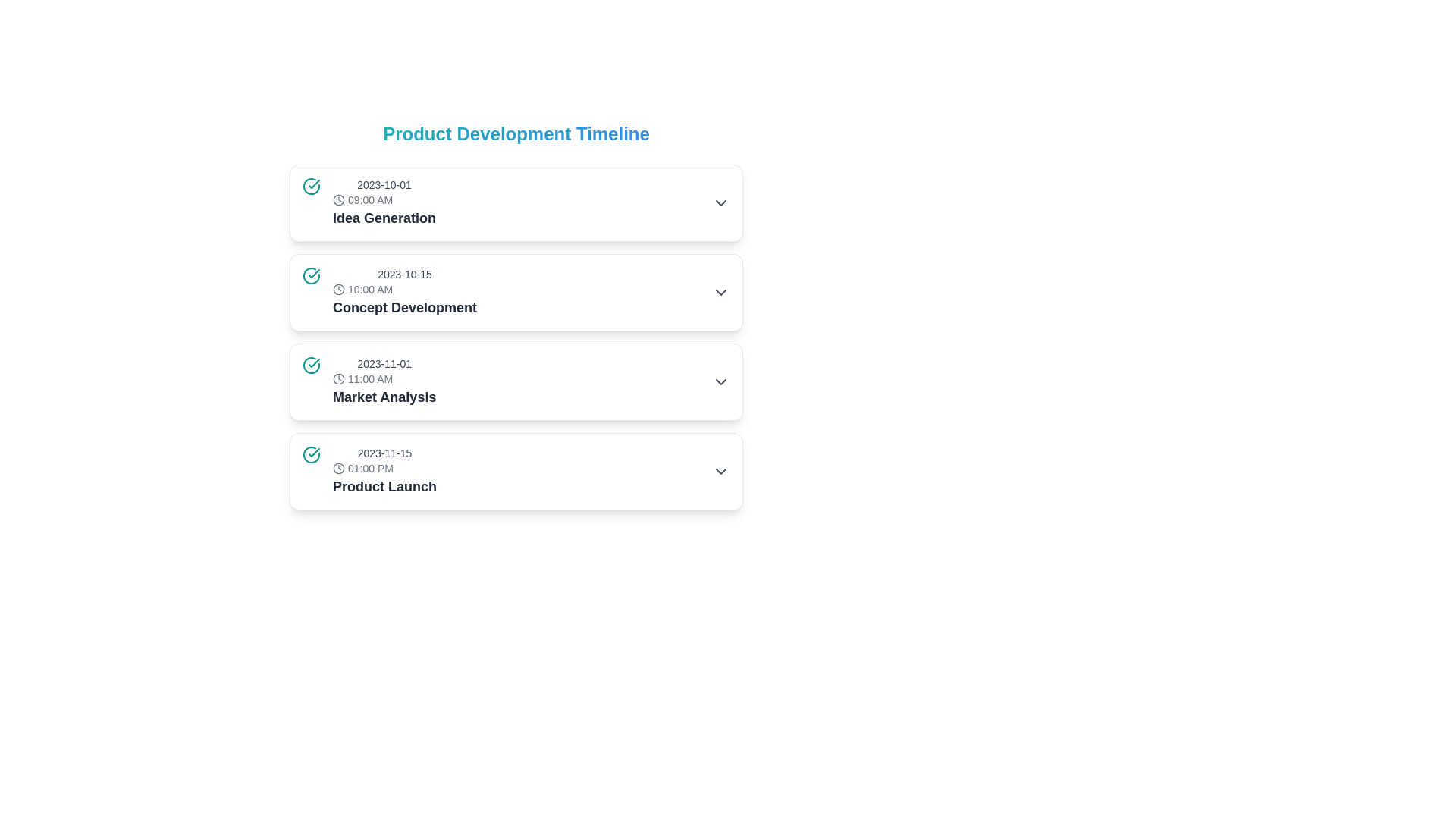 This screenshot has height=819, width=1456. Describe the element at coordinates (516, 202) in the screenshot. I see `on the first card in the timeline representing 'Idea Generation' scheduled for '2023-10-01 09:00 AM'` at that location.